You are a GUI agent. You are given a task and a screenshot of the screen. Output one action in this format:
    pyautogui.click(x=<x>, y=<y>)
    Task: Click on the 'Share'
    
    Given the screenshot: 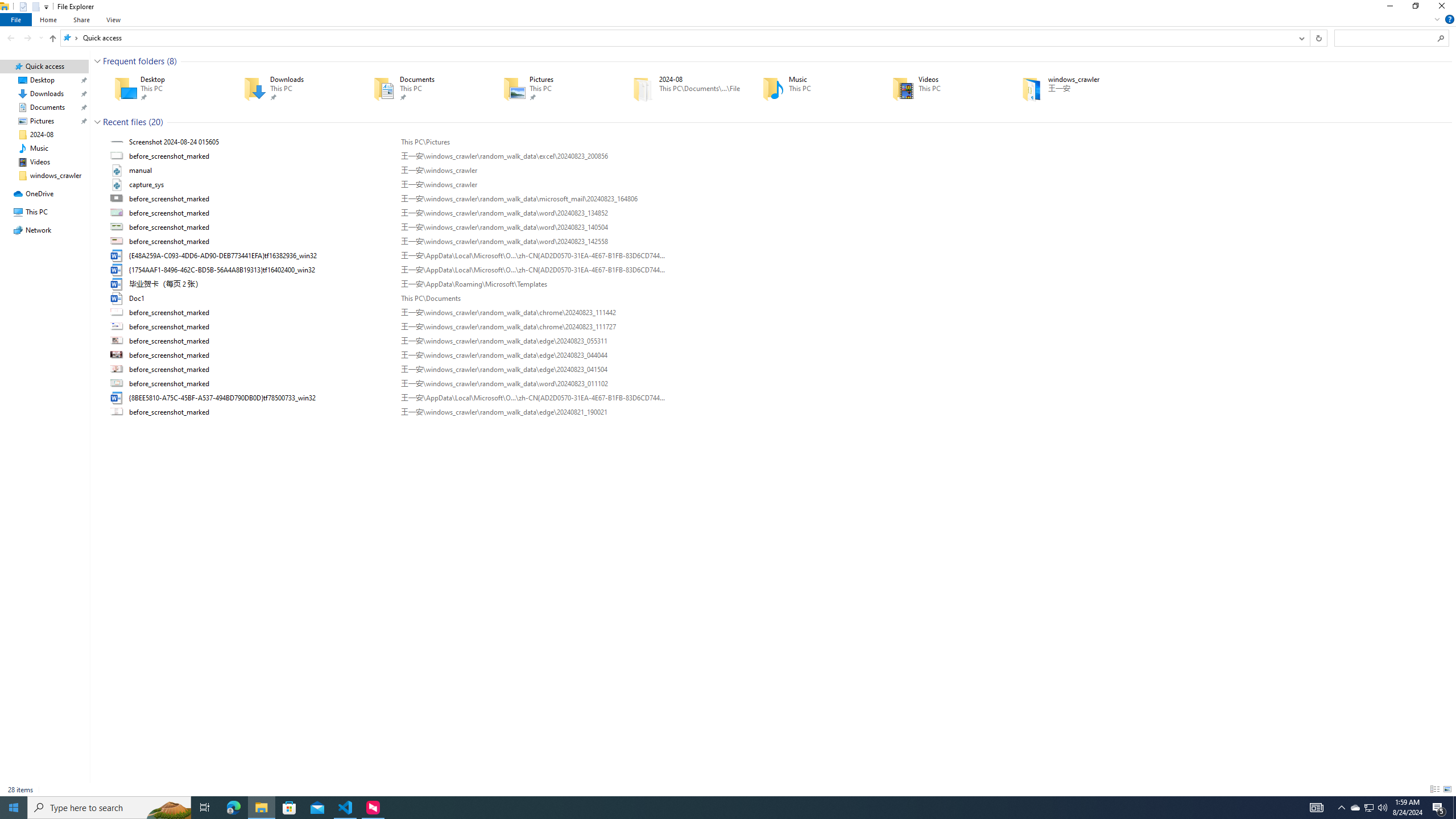 What is the action you would take?
    pyautogui.click(x=81, y=19)
    